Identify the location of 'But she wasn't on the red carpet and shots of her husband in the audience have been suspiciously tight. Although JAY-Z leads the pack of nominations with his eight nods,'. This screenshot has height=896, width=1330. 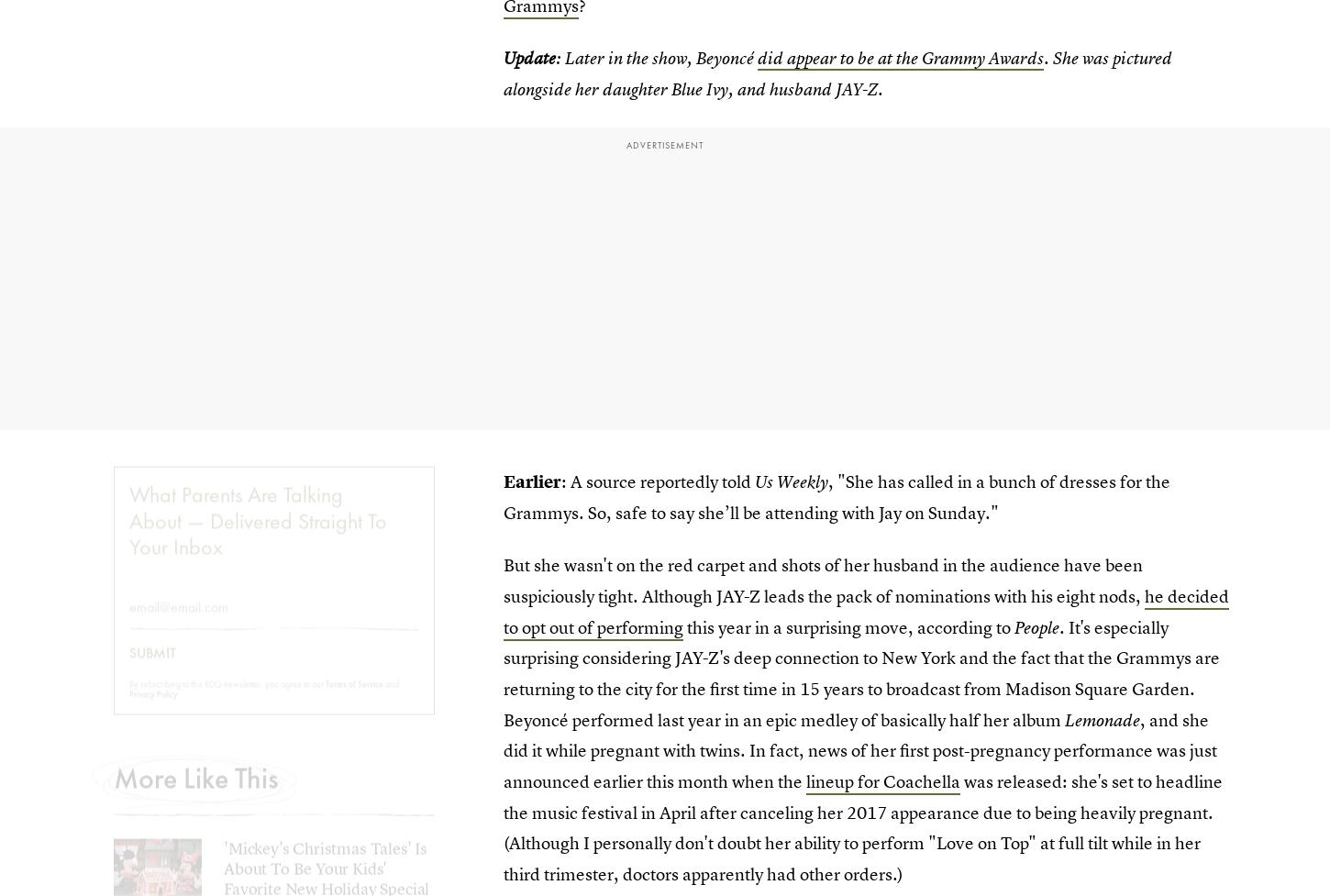
(823, 579).